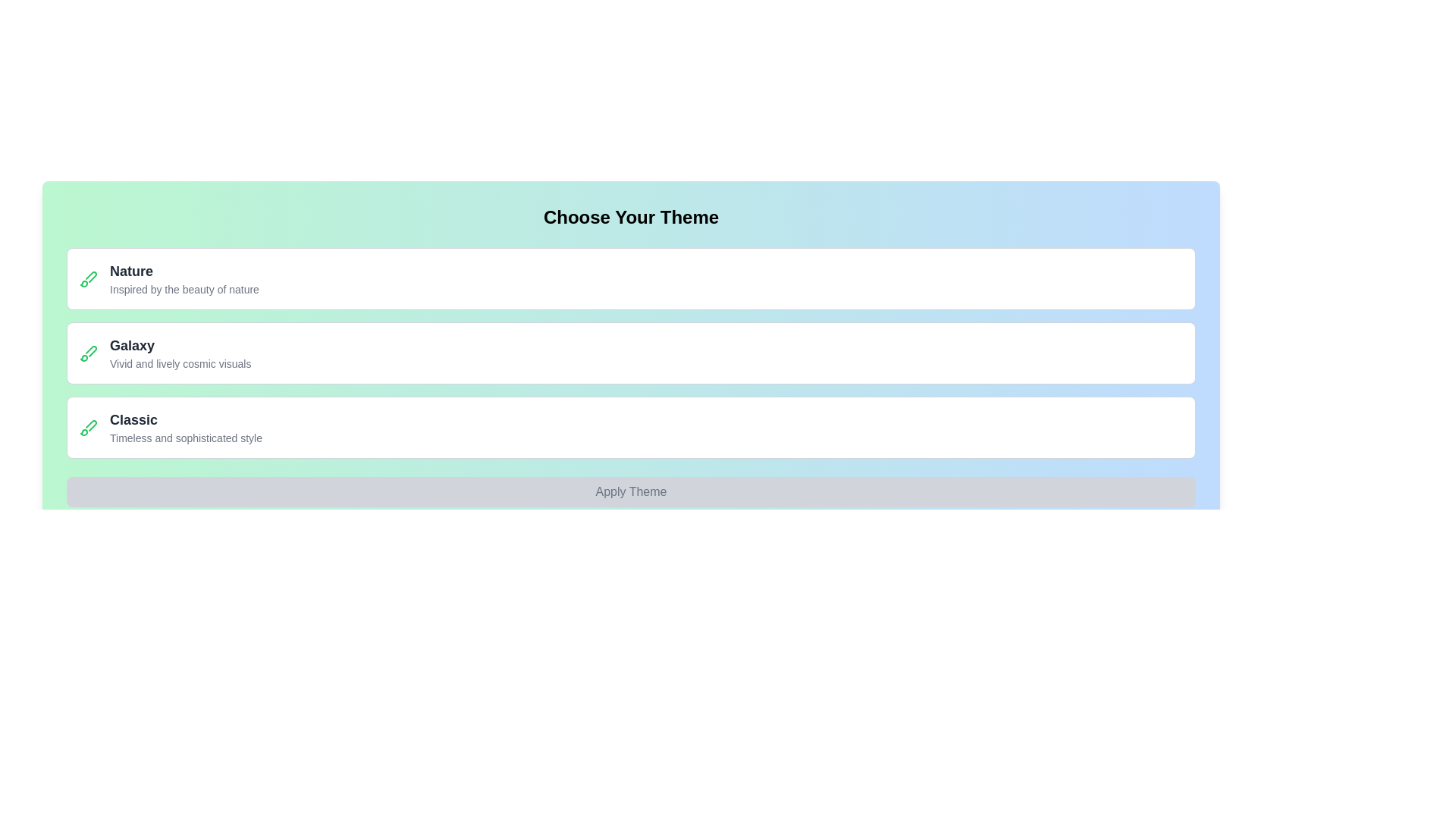  I want to click on the second card in the vertical stack that allows users to select the 'Galaxy' theme, so click(631, 353).